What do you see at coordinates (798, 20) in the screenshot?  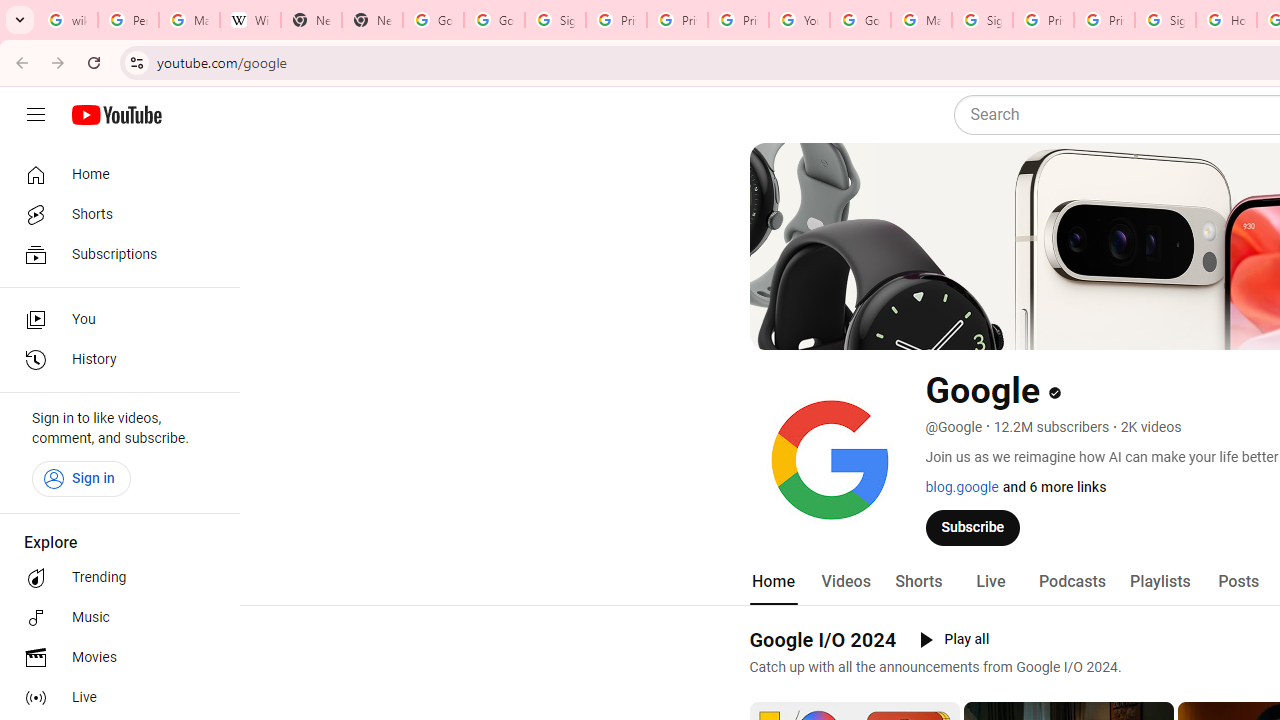 I see `'YouTube'` at bounding box center [798, 20].